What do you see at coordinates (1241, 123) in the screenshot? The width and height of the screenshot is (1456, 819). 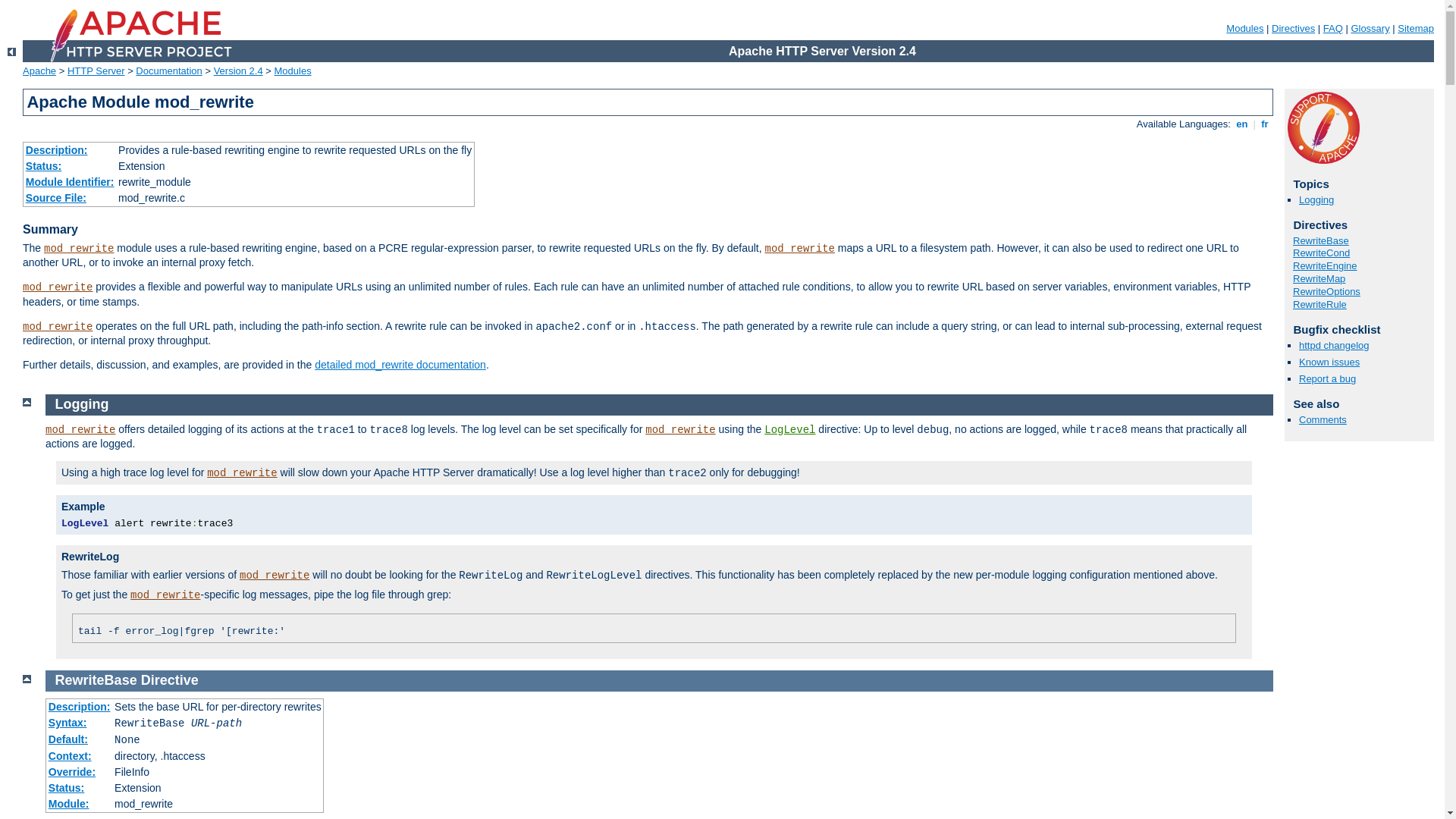 I see `' en '` at bounding box center [1241, 123].